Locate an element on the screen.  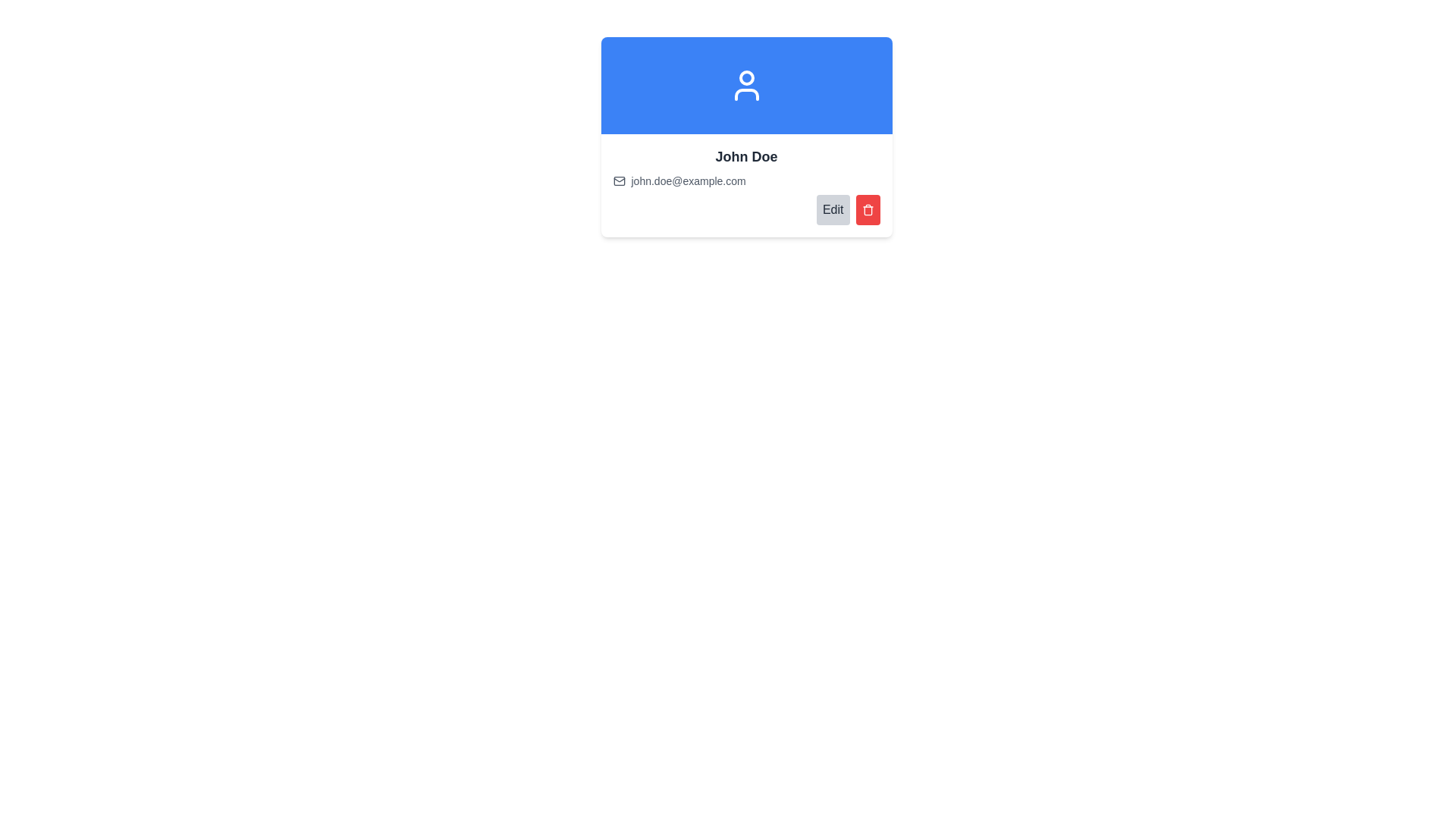
the trash can icon button, which has a red background and white iconography is located at coordinates (868, 210).